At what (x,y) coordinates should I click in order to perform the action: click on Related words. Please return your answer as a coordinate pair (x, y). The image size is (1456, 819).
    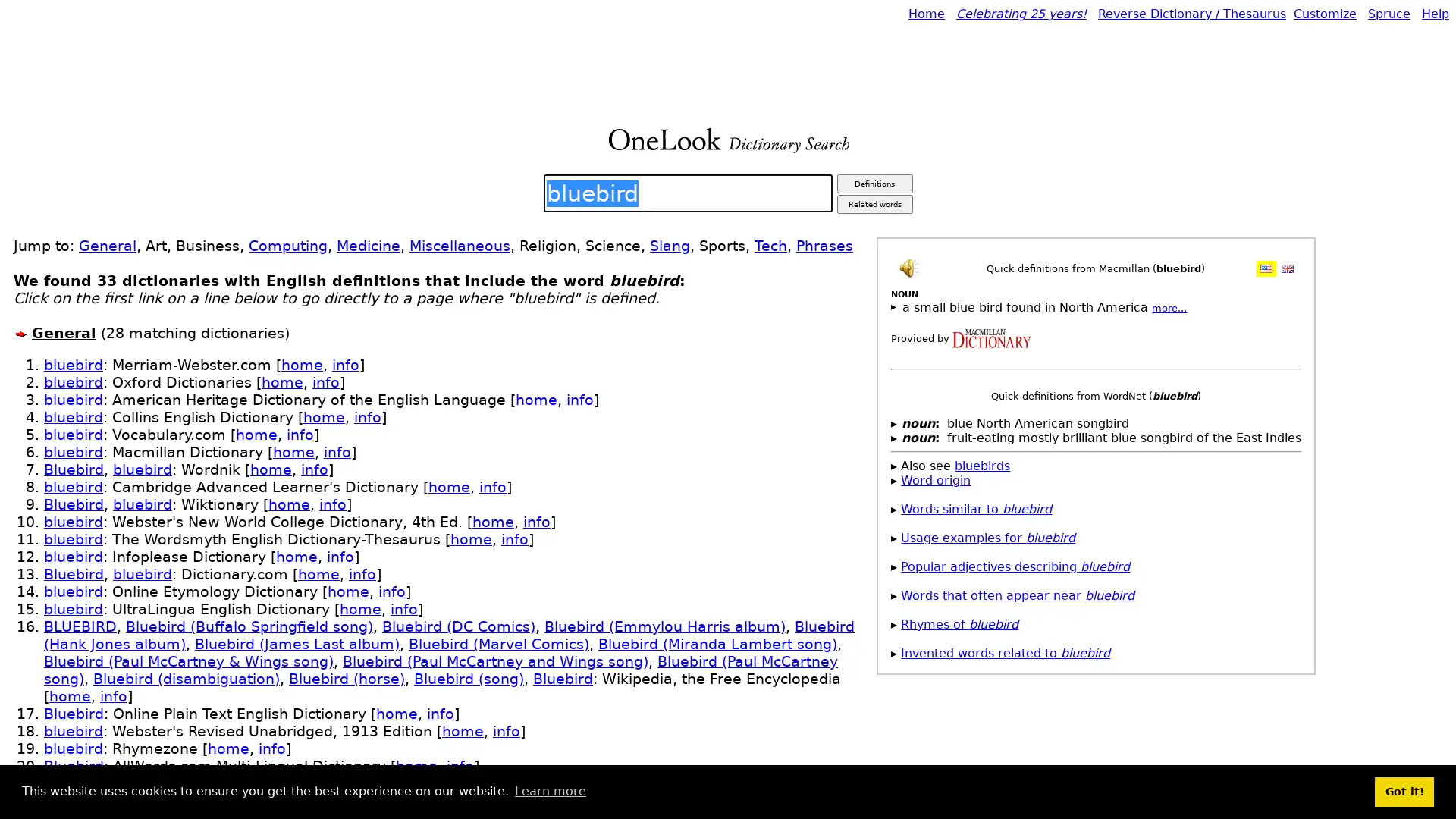
    Looking at the image, I should click on (874, 203).